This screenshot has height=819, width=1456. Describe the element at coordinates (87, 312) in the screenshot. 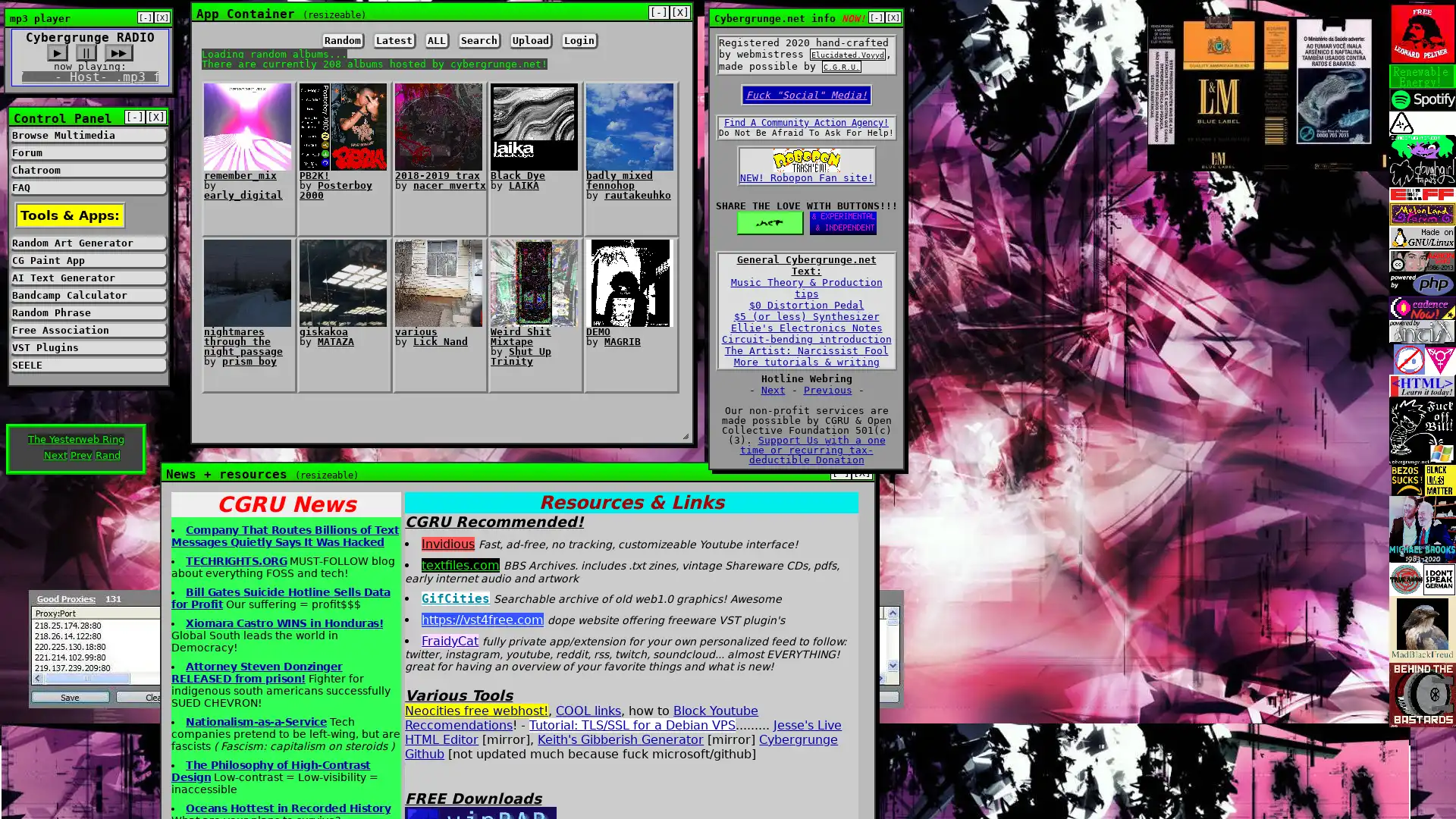

I see `Random Phrase` at that location.